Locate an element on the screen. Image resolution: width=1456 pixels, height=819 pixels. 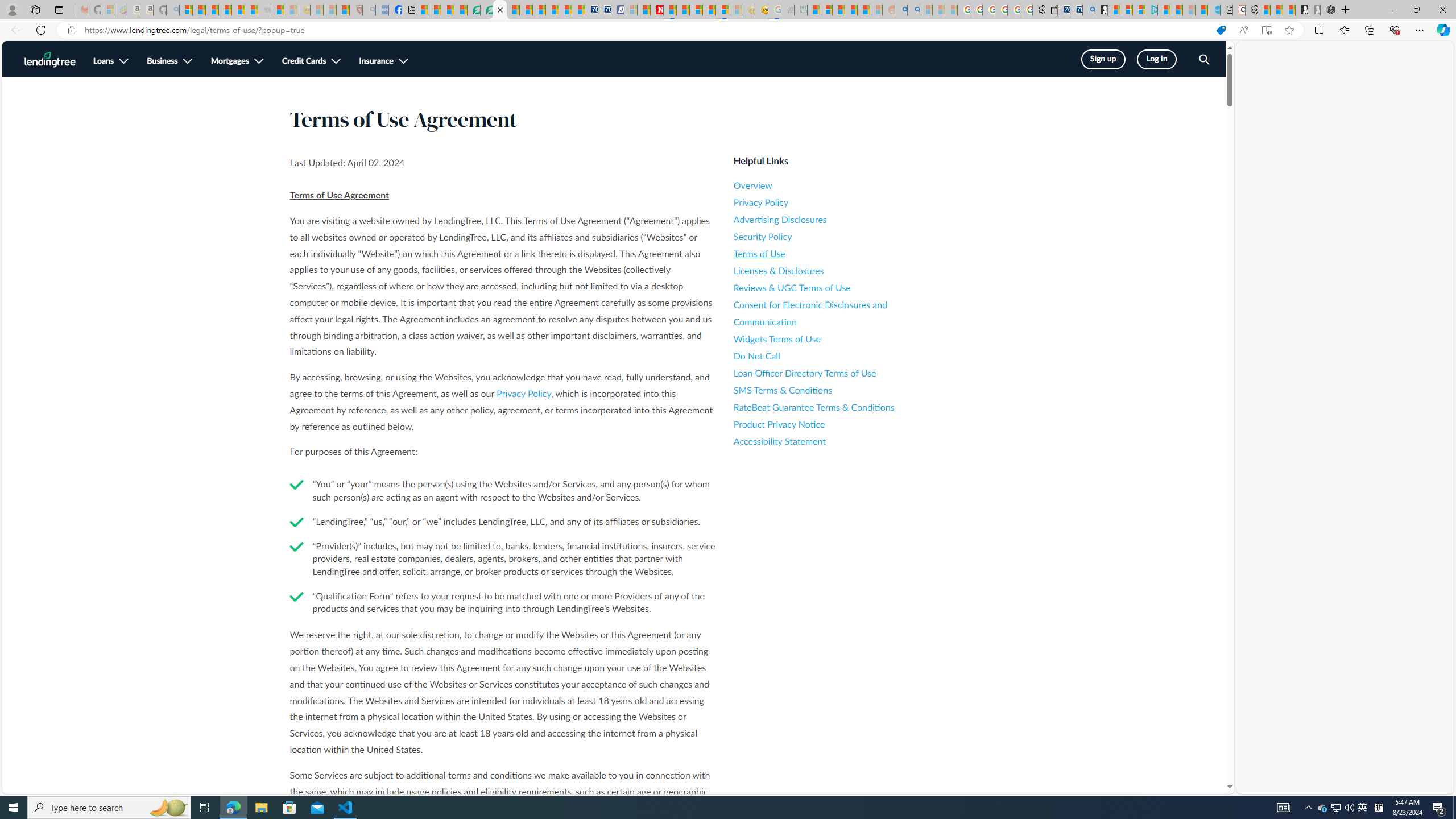
'Reviews & UGC Terms of Use' is located at coordinates (835, 287).